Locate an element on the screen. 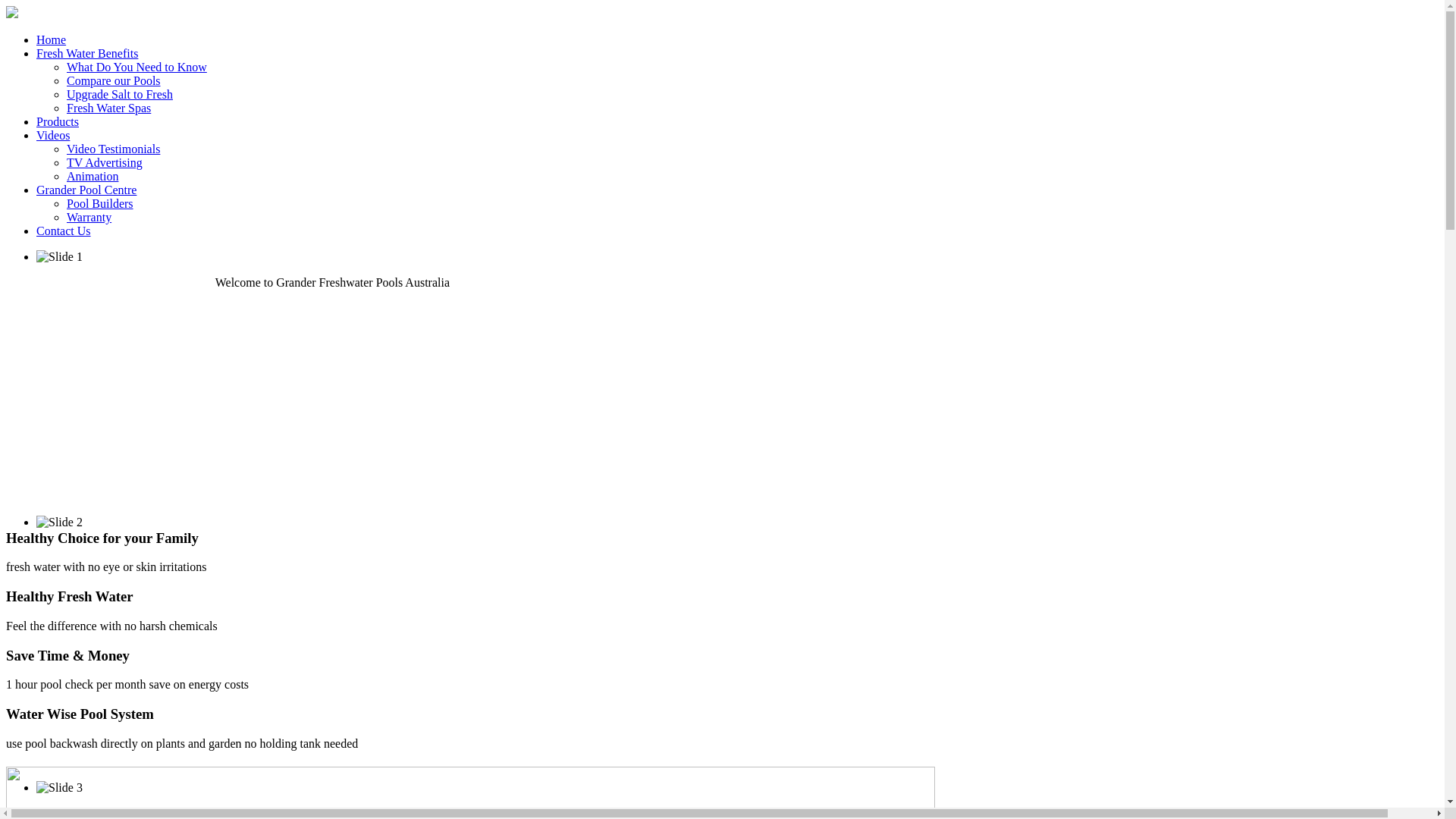 This screenshot has height=819, width=1456. 'Pool Builders' is located at coordinates (99, 202).